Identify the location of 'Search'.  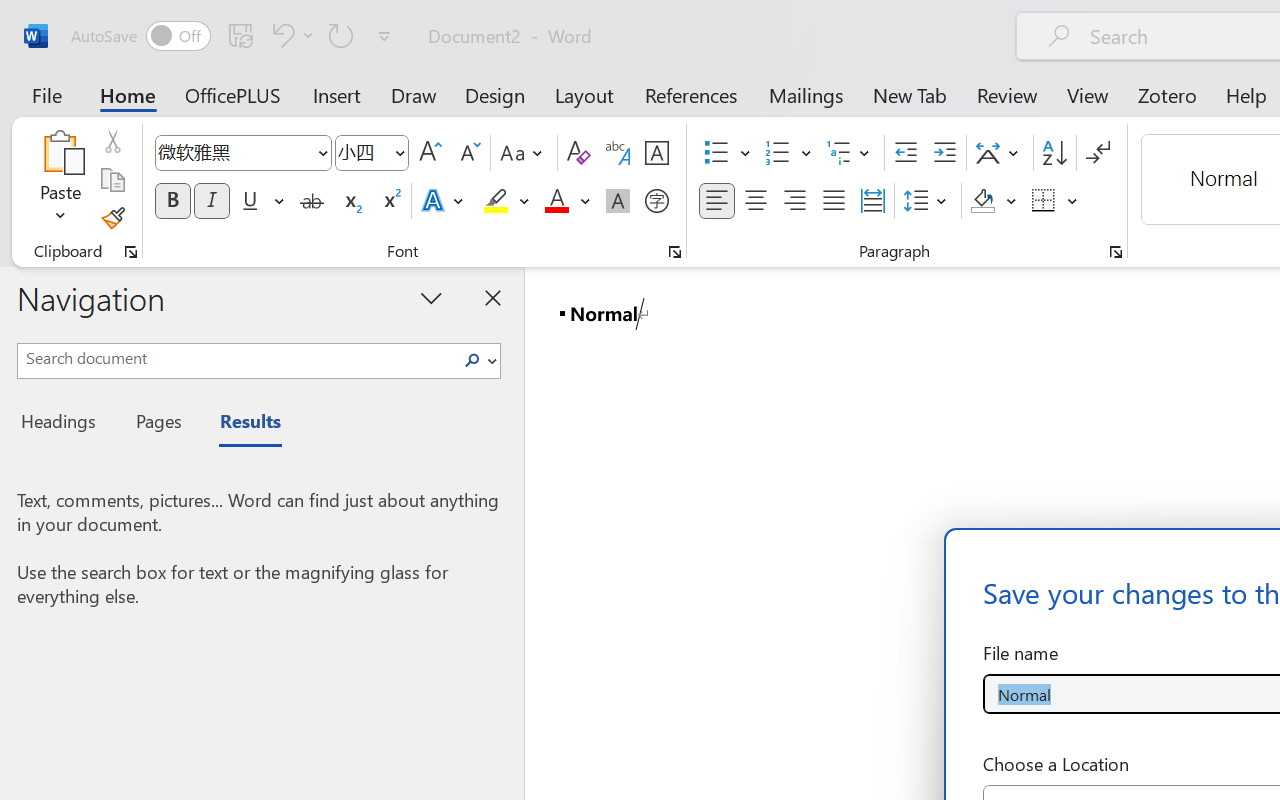
(477, 360).